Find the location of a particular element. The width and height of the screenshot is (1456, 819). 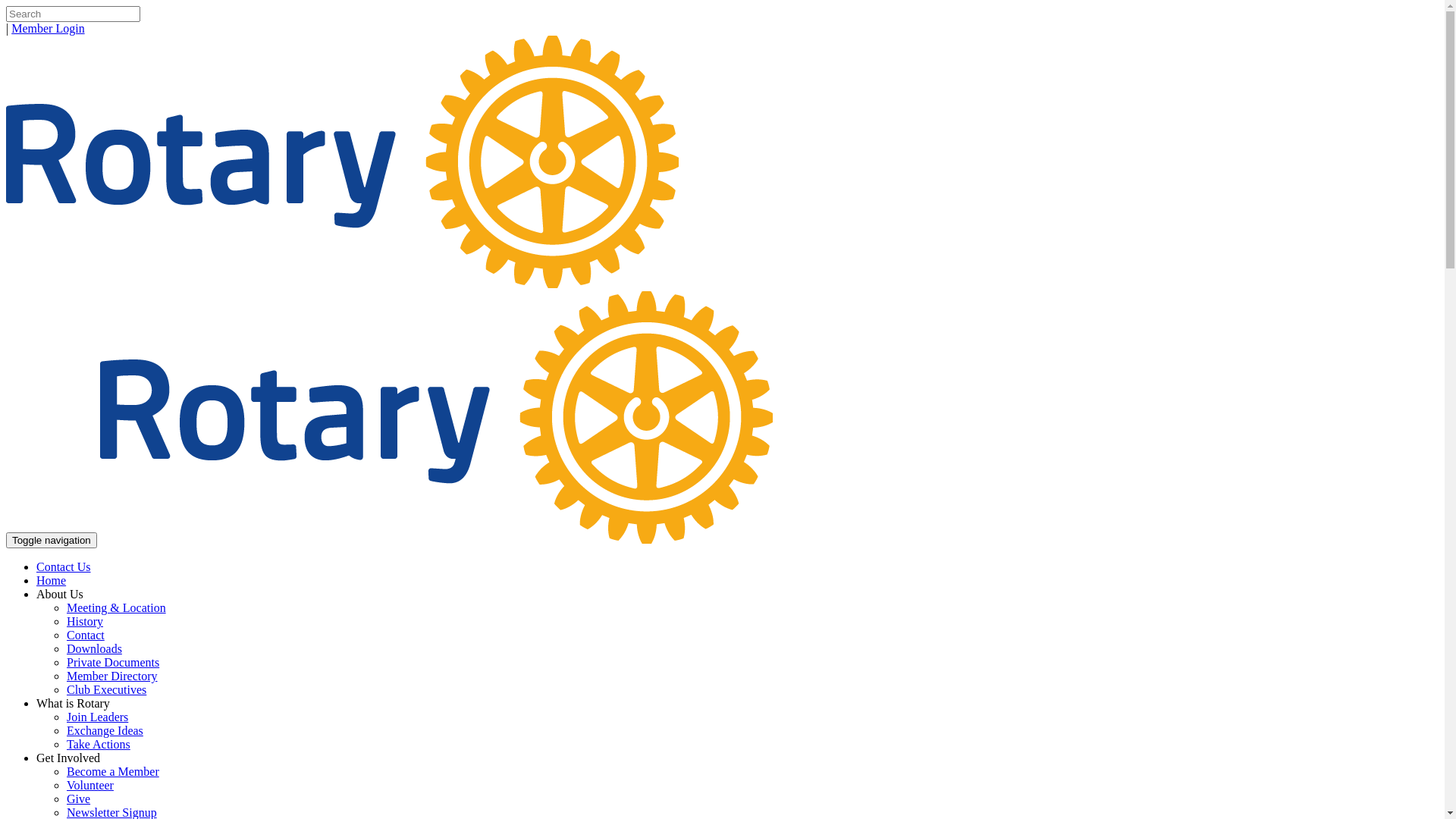

'Contact' is located at coordinates (85, 635).